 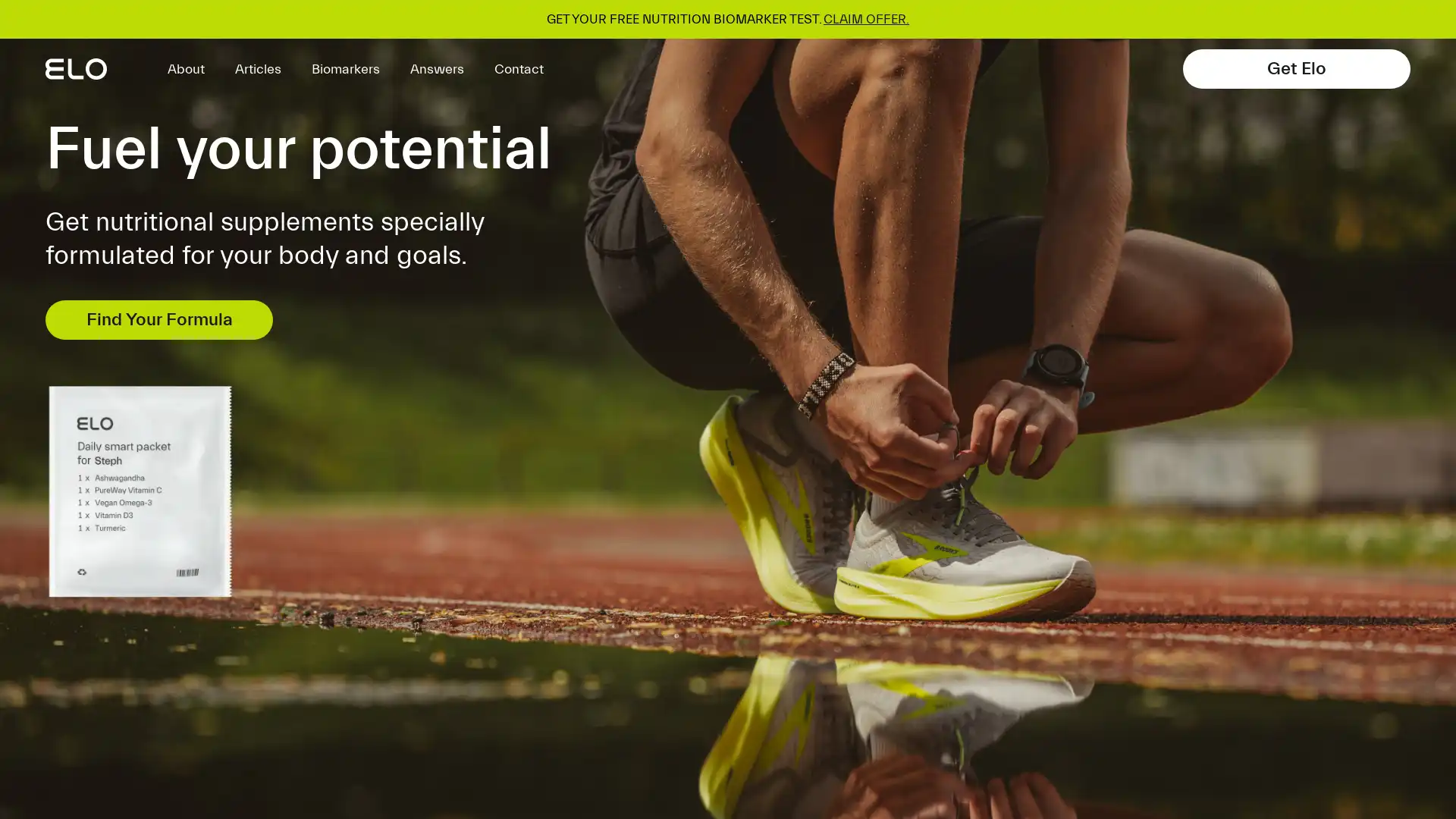 What do you see at coordinates (1295, 69) in the screenshot?
I see `Get Elo` at bounding box center [1295, 69].